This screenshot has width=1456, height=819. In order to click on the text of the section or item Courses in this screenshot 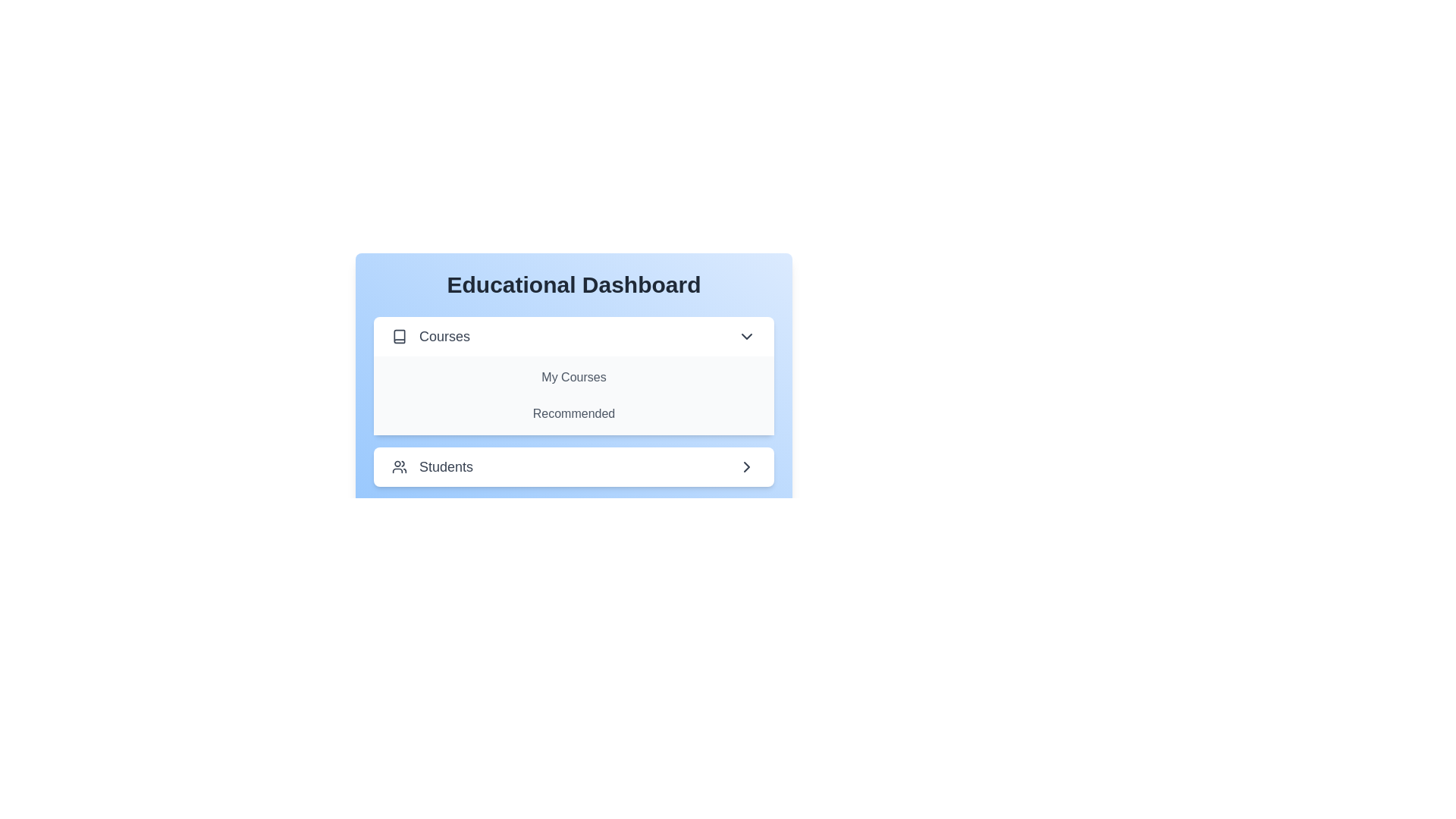, I will do `click(573, 335)`.